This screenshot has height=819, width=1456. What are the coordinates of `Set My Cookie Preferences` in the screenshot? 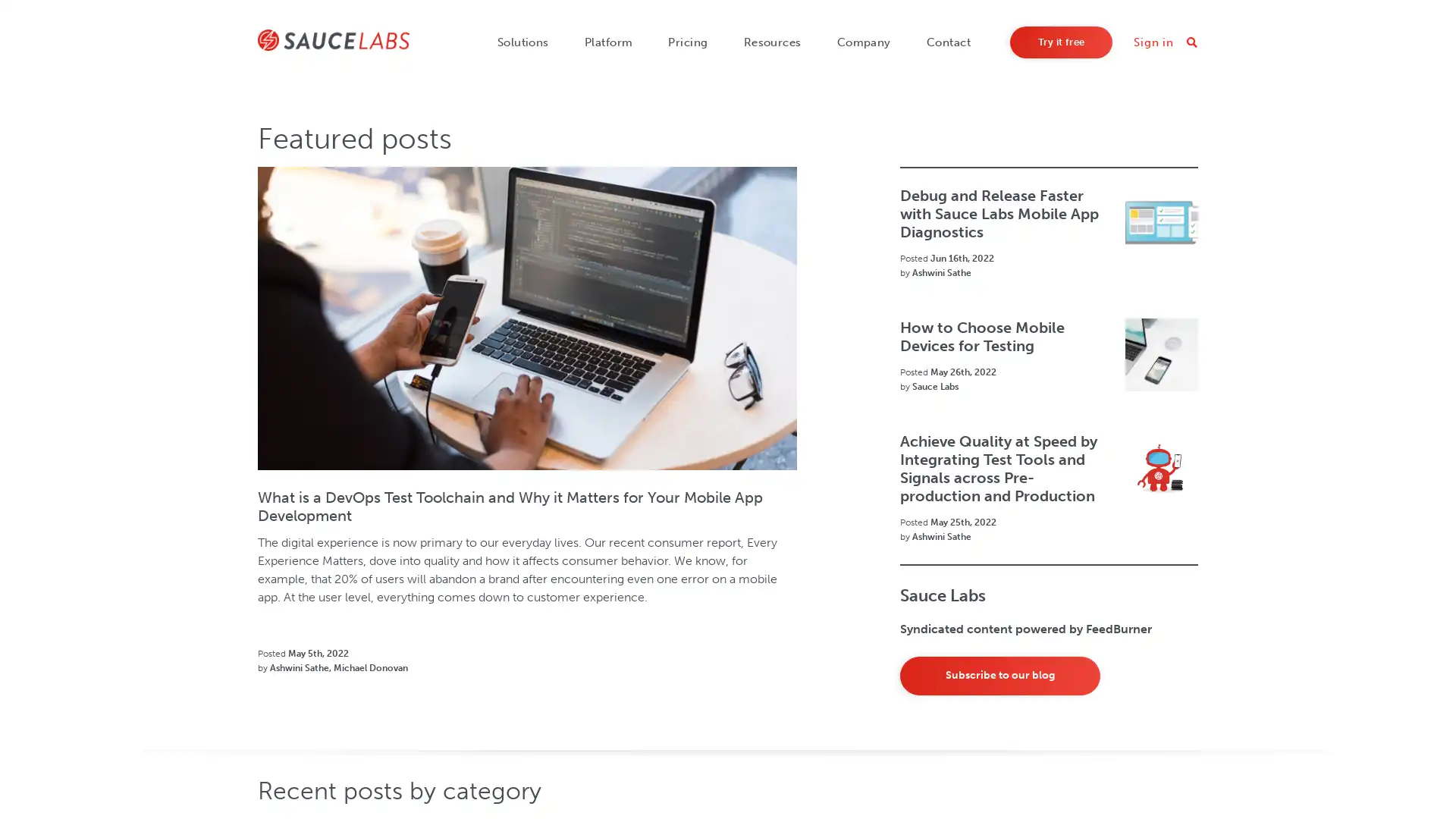 It's located at (1043, 773).